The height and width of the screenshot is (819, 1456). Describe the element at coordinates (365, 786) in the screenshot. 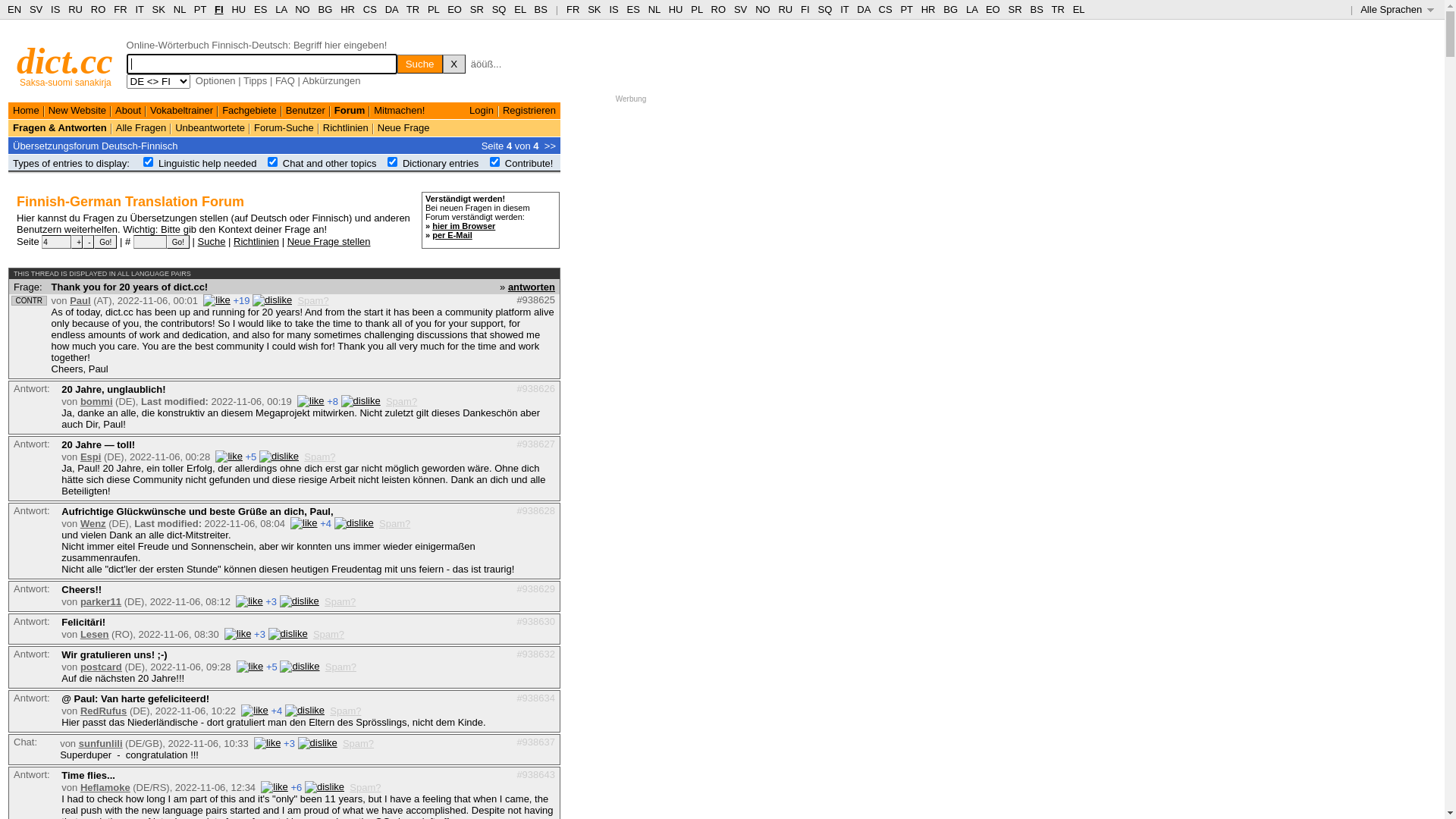

I see `'Spam?'` at that location.